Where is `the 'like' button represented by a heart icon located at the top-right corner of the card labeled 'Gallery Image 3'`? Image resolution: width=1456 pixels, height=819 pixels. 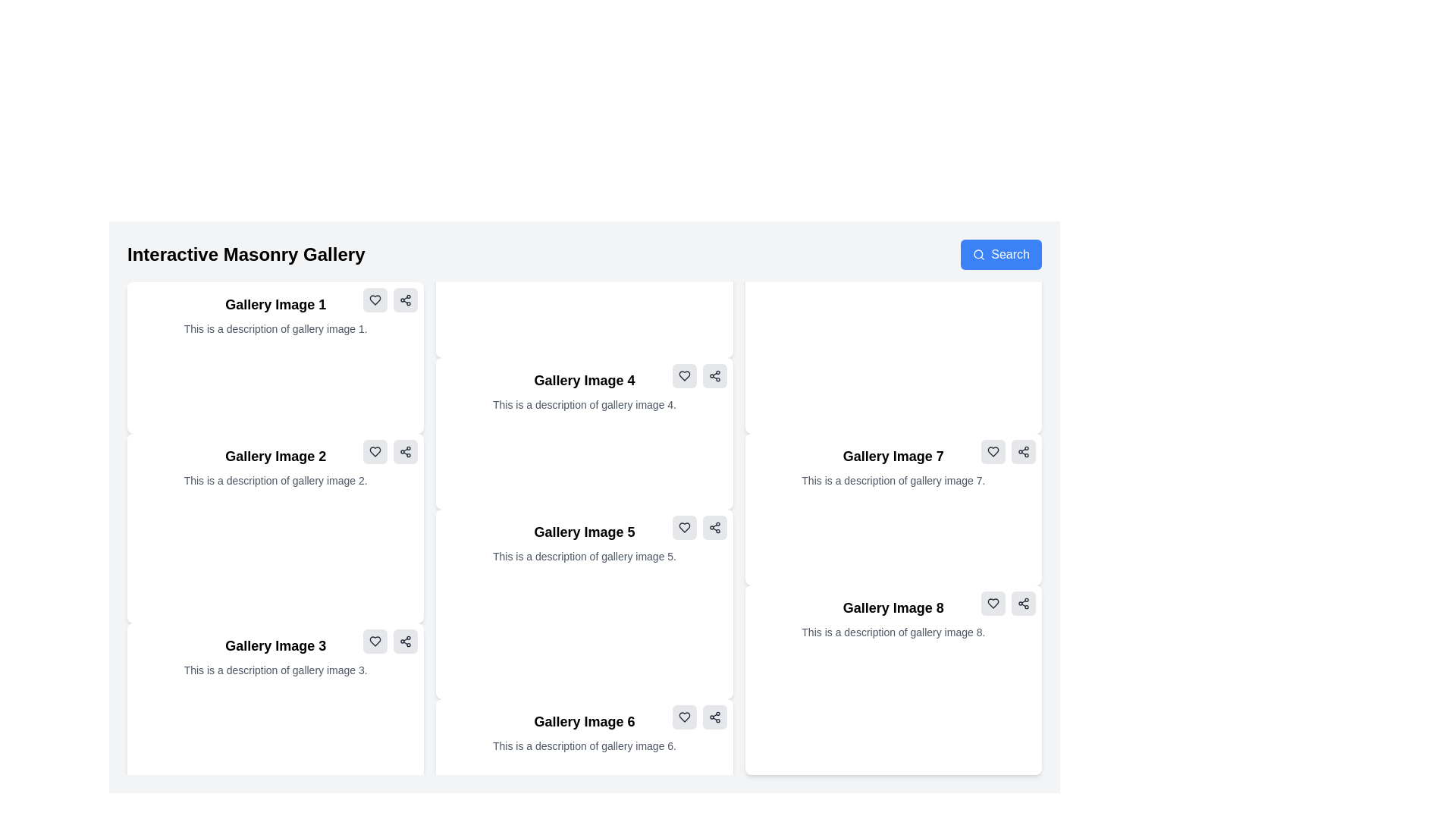 the 'like' button represented by a heart icon located at the top-right corner of the card labeled 'Gallery Image 3' is located at coordinates (375, 641).